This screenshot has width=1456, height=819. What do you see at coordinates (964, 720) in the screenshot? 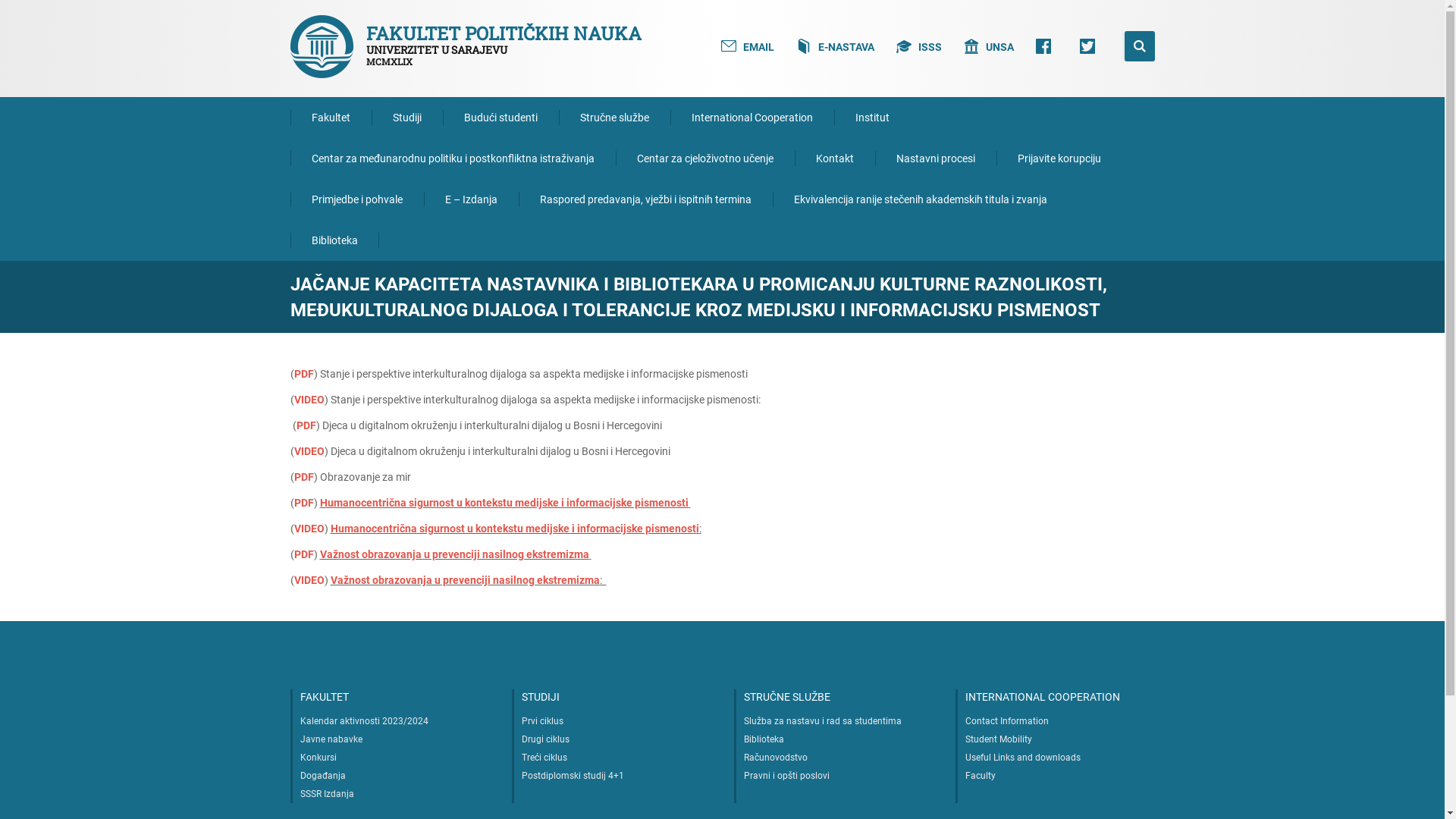
I see `'Contact Information'` at bounding box center [964, 720].